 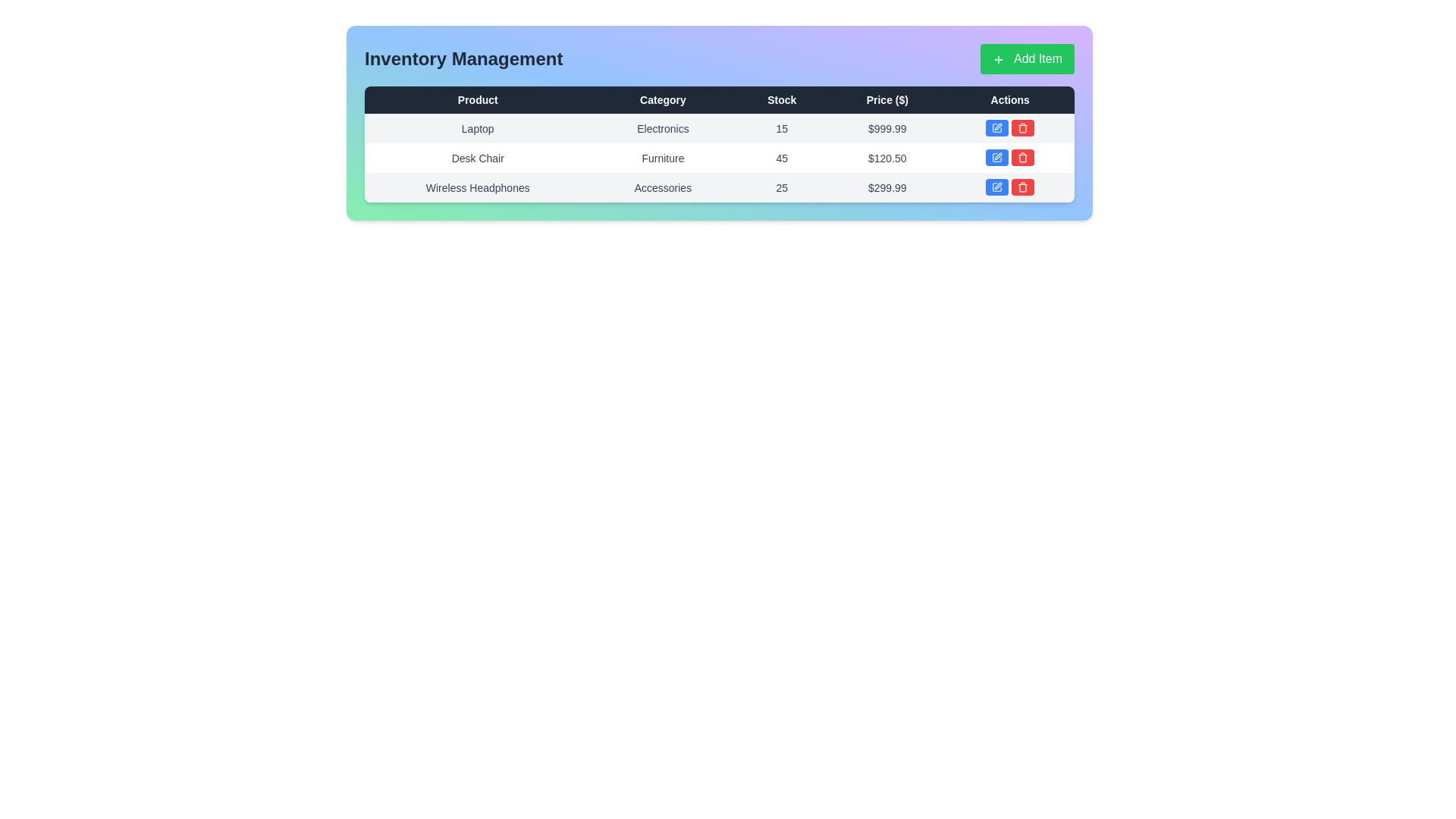 What do you see at coordinates (782, 127) in the screenshot?
I see `inventory stock count label for the 'Laptop' product located in the 'Stock' column of the first row` at bounding box center [782, 127].